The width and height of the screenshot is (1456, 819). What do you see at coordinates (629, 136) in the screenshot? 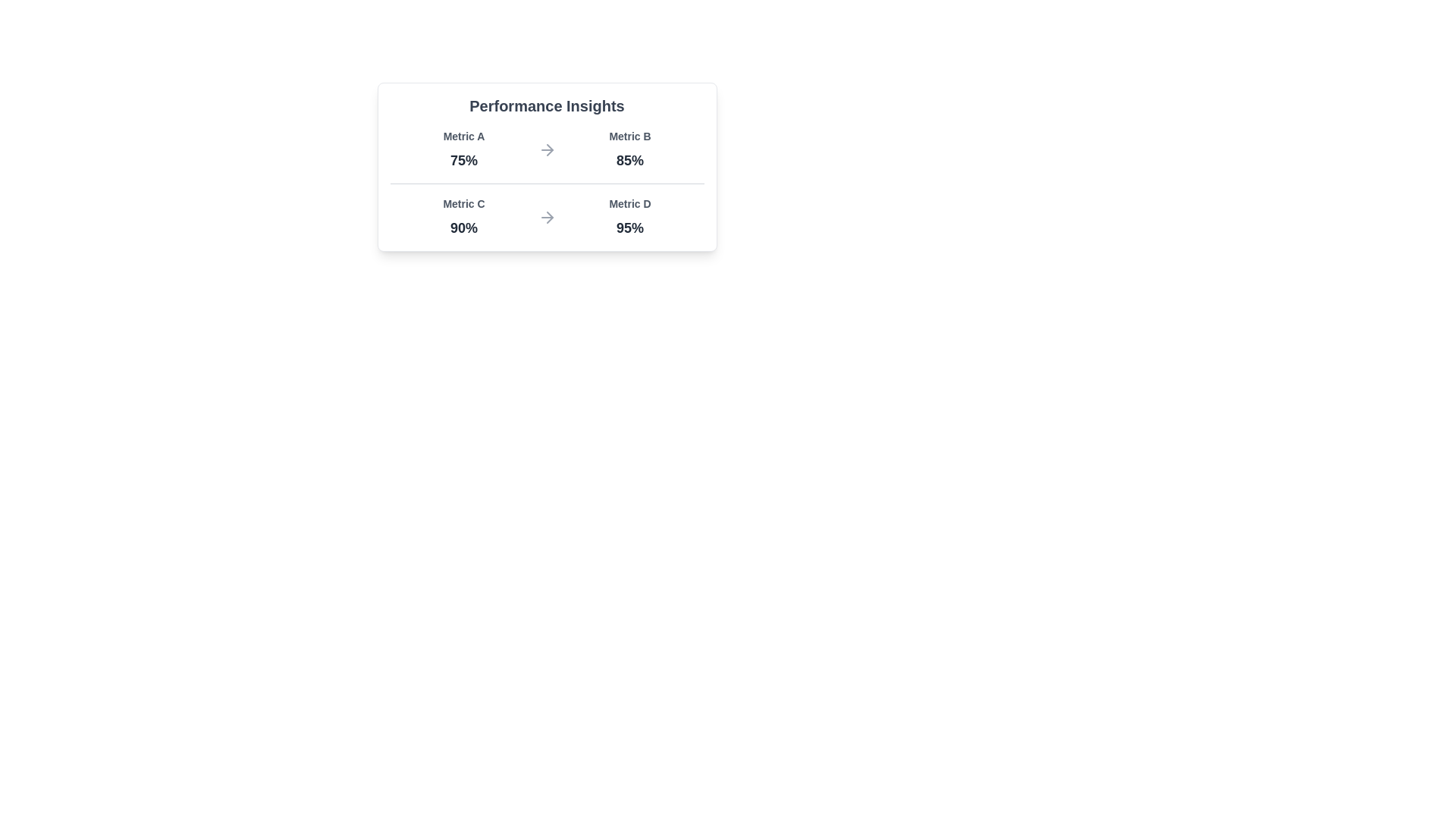
I see `the text label that indicates the name of the performance metric, located above the numerical value of '85%' in the card widget` at bounding box center [629, 136].